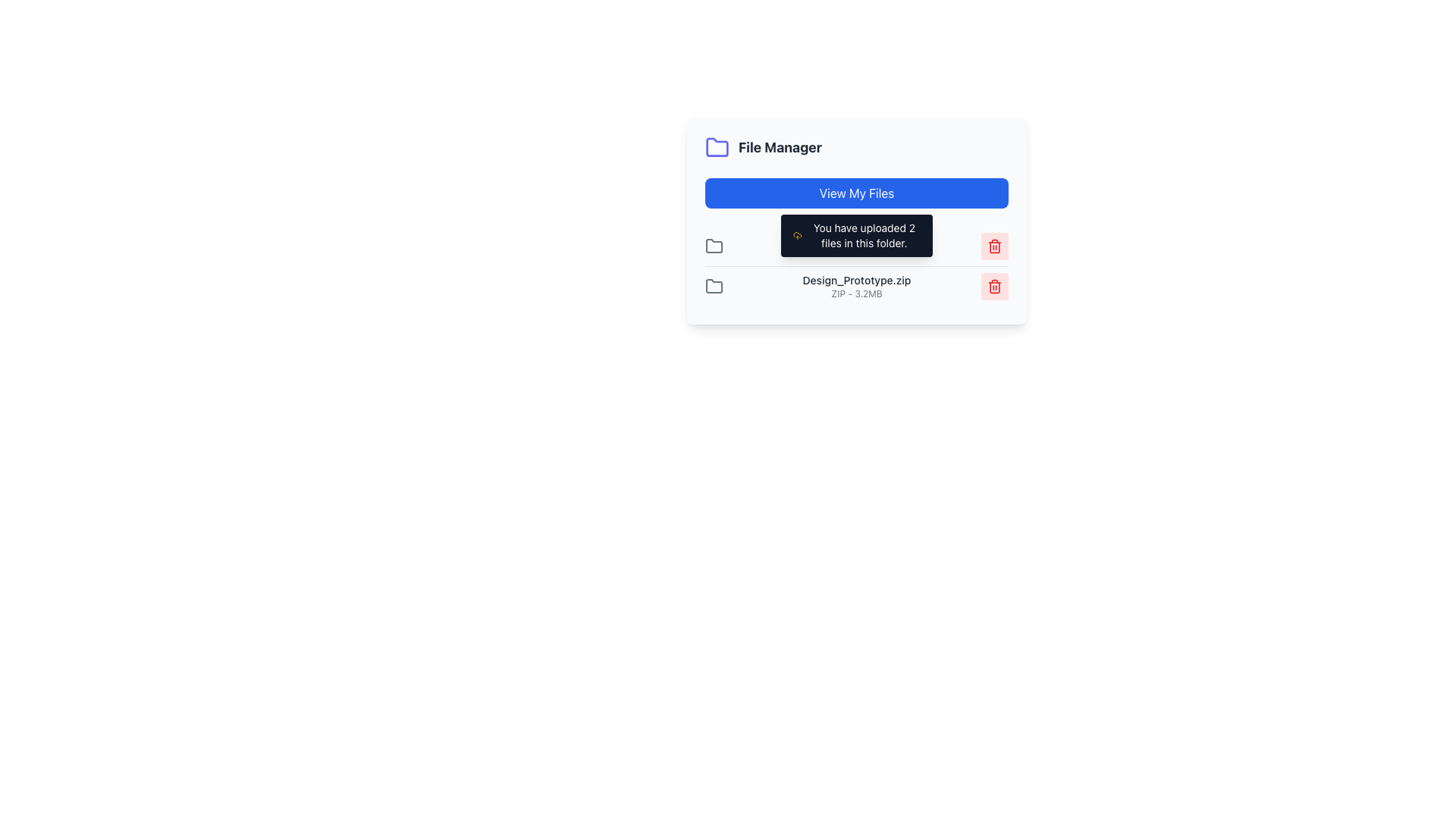 Image resolution: width=1456 pixels, height=819 pixels. What do you see at coordinates (780, 148) in the screenshot?
I see `the 'File Manager' text label, which serves as a contextual description for the section and is located to the right of a purple folder icon` at bounding box center [780, 148].